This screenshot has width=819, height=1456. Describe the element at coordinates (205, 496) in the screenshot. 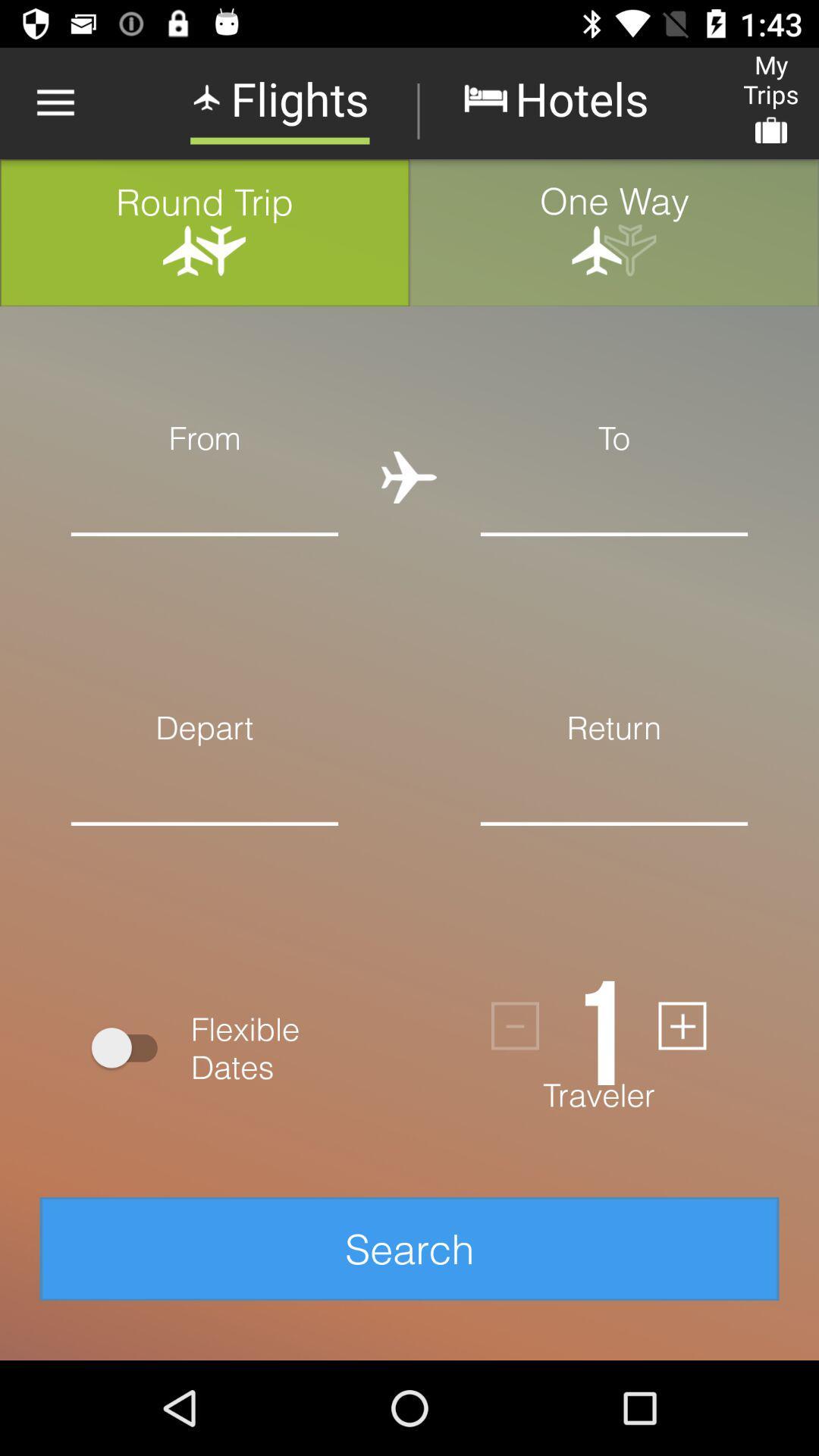

I see `icon below the from` at that location.